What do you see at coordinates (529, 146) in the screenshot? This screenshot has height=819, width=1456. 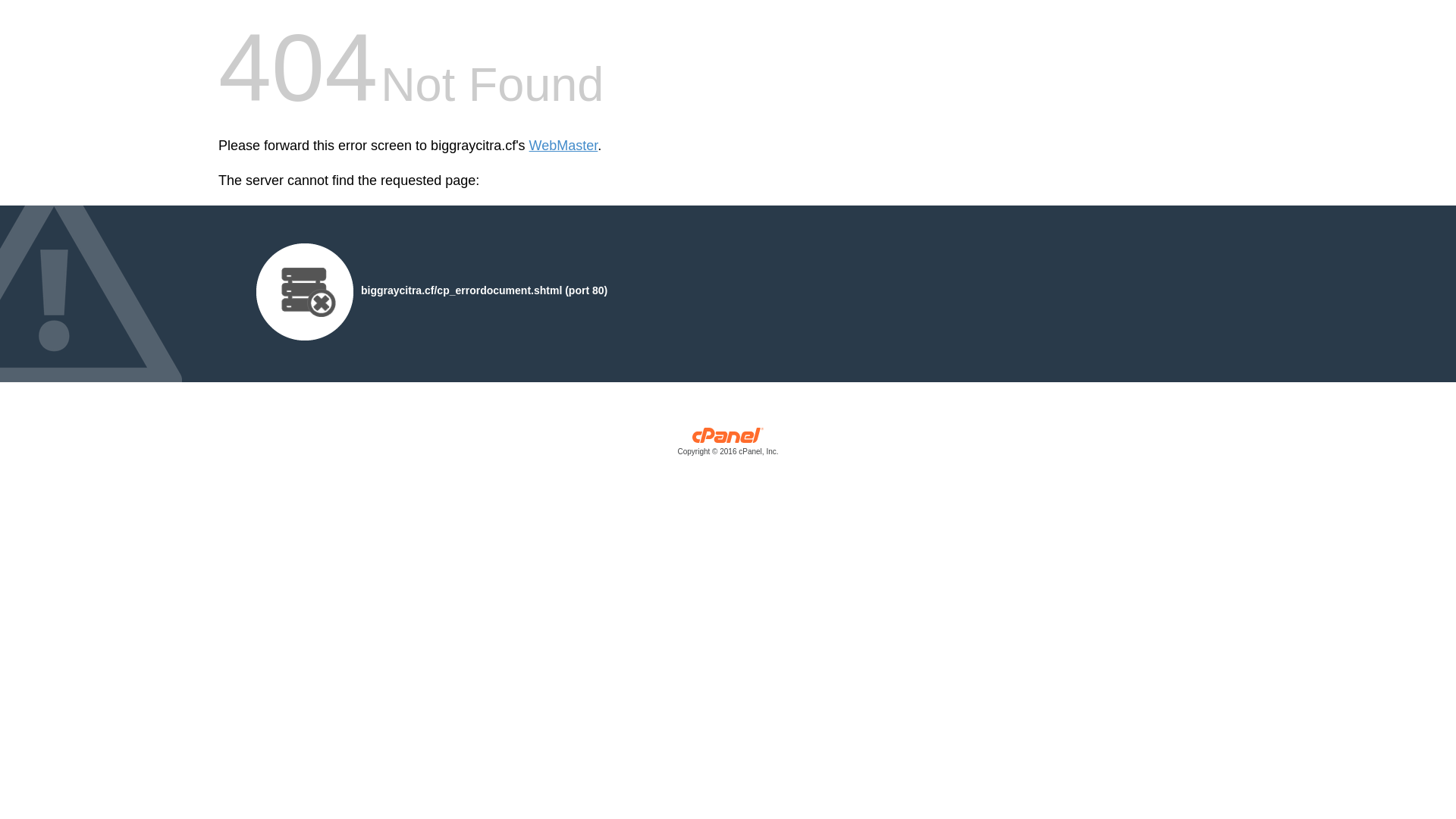 I see `'WebMaster'` at bounding box center [529, 146].